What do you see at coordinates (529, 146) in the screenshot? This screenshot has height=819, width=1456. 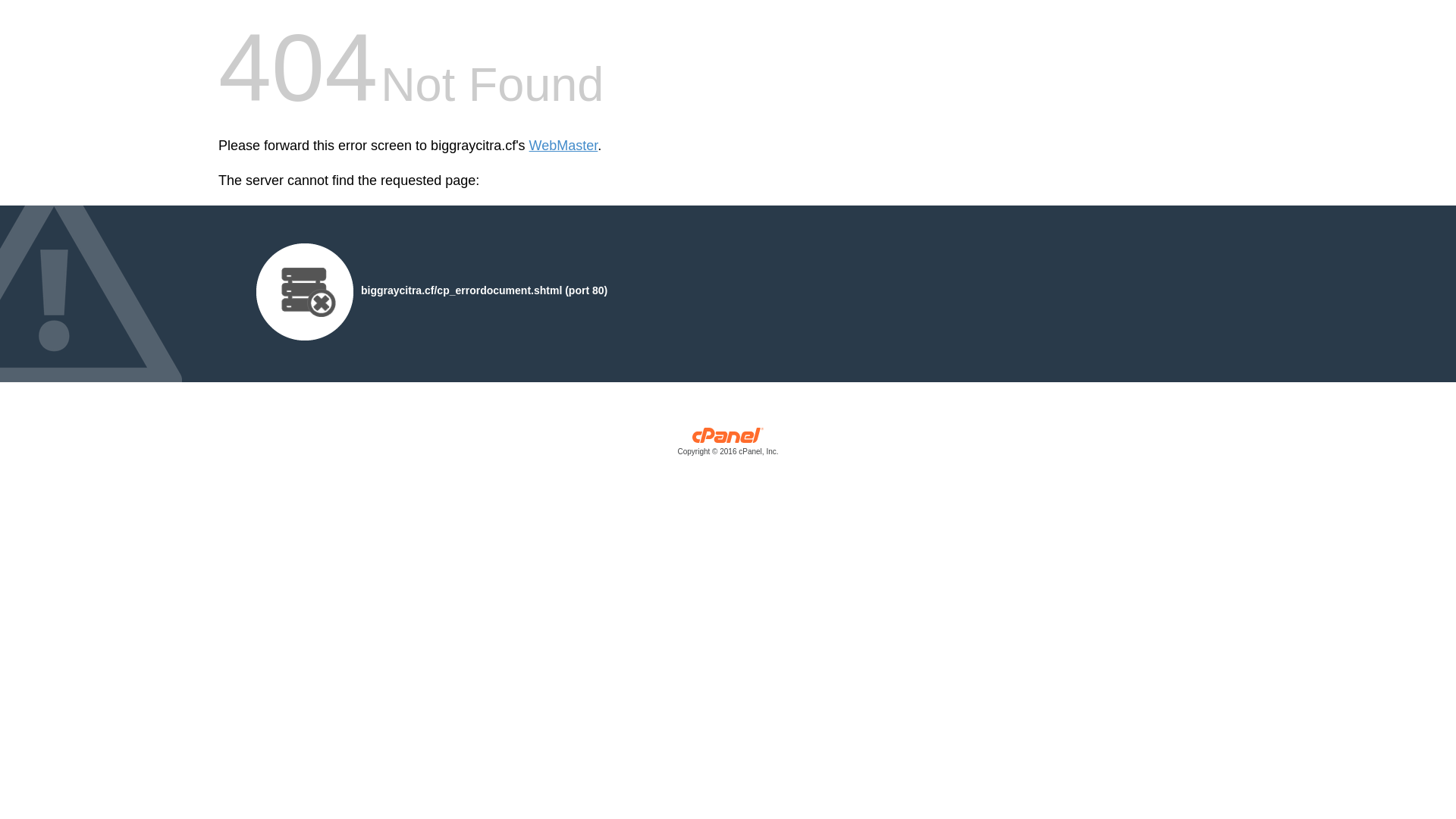 I see `'WebMaster'` at bounding box center [529, 146].